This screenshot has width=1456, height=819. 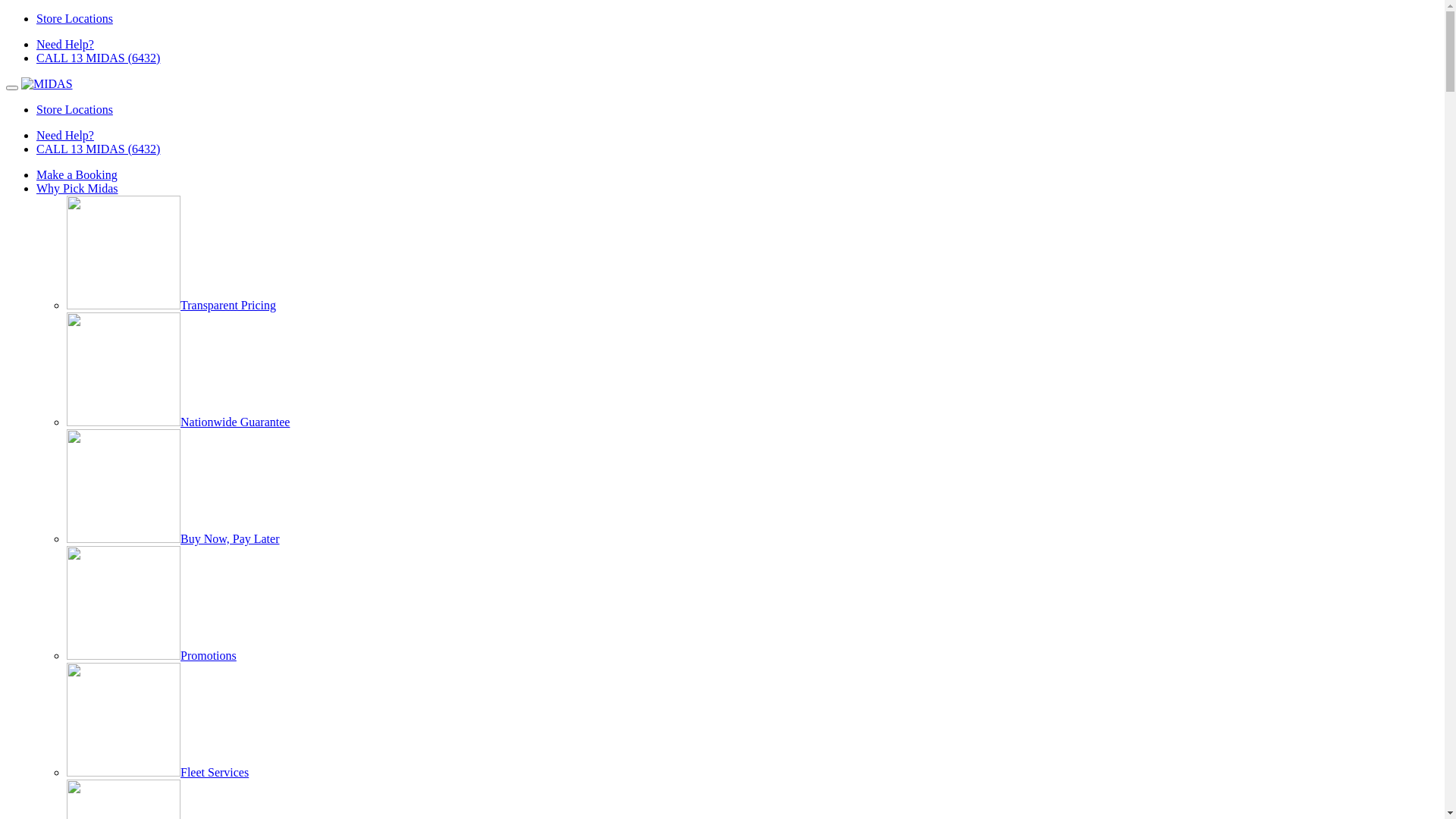 What do you see at coordinates (97, 149) in the screenshot?
I see `'CALL 13 MIDAS (6432)'` at bounding box center [97, 149].